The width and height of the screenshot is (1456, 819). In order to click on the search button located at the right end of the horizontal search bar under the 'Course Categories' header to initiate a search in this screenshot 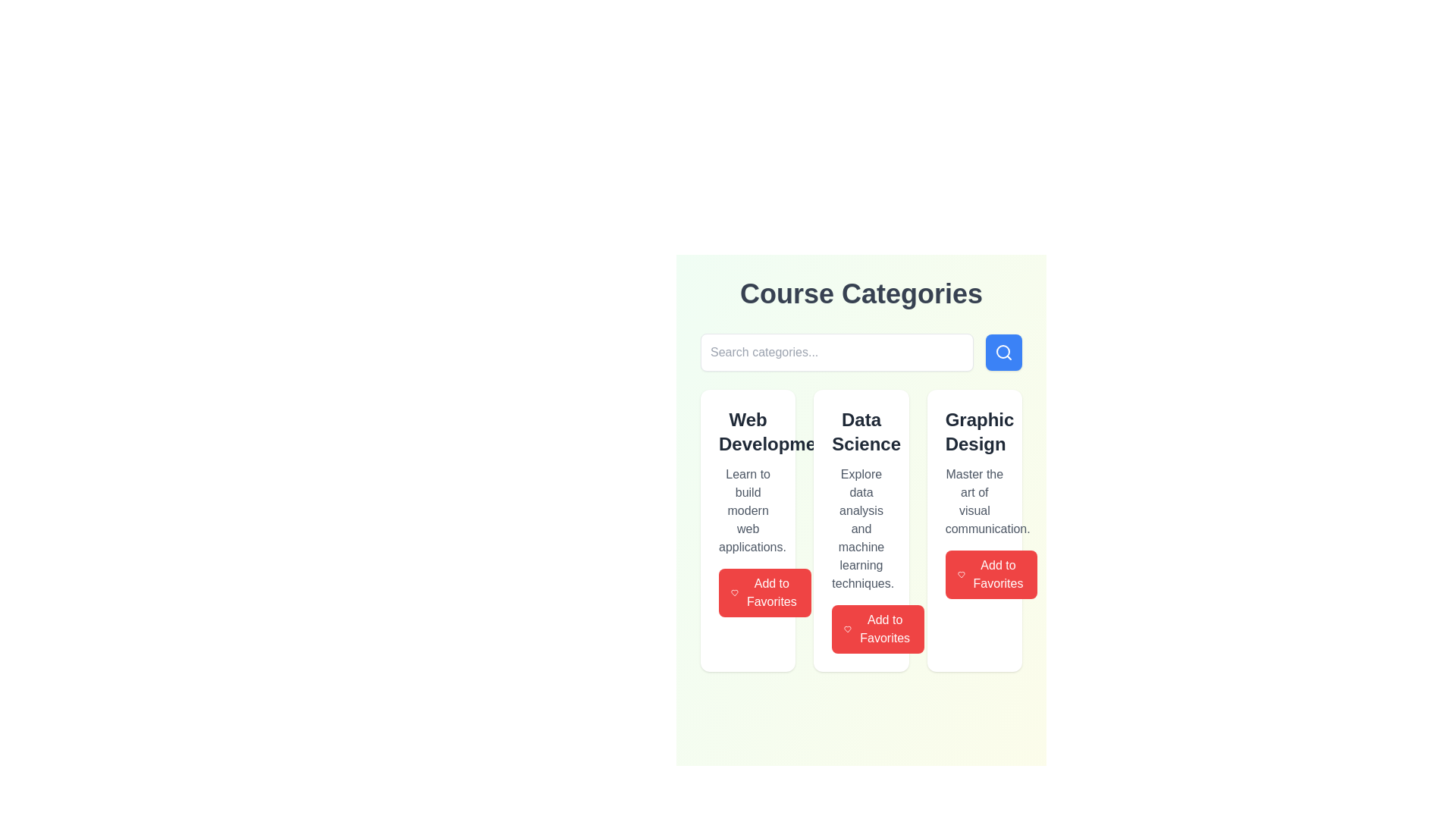, I will do `click(1004, 353)`.